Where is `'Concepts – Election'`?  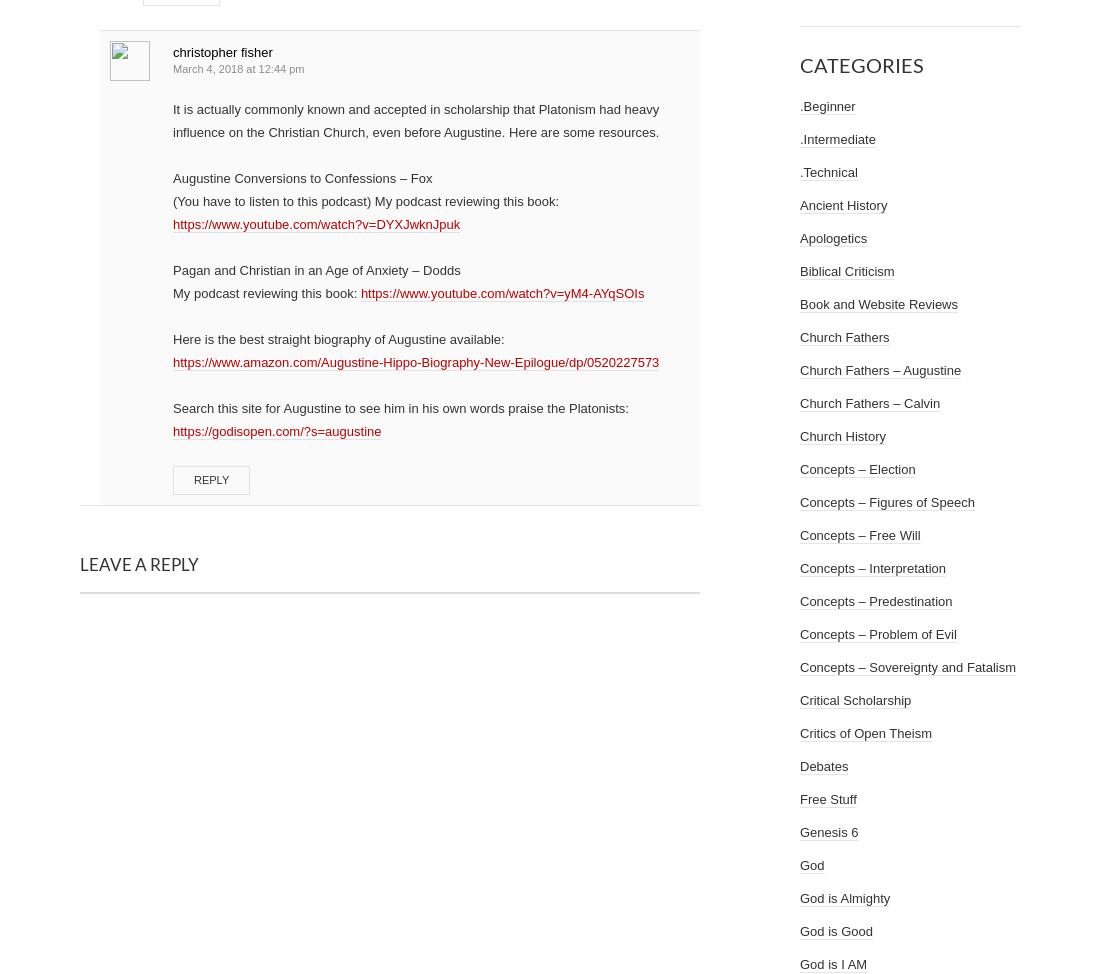 'Concepts – Election' is located at coordinates (856, 468).